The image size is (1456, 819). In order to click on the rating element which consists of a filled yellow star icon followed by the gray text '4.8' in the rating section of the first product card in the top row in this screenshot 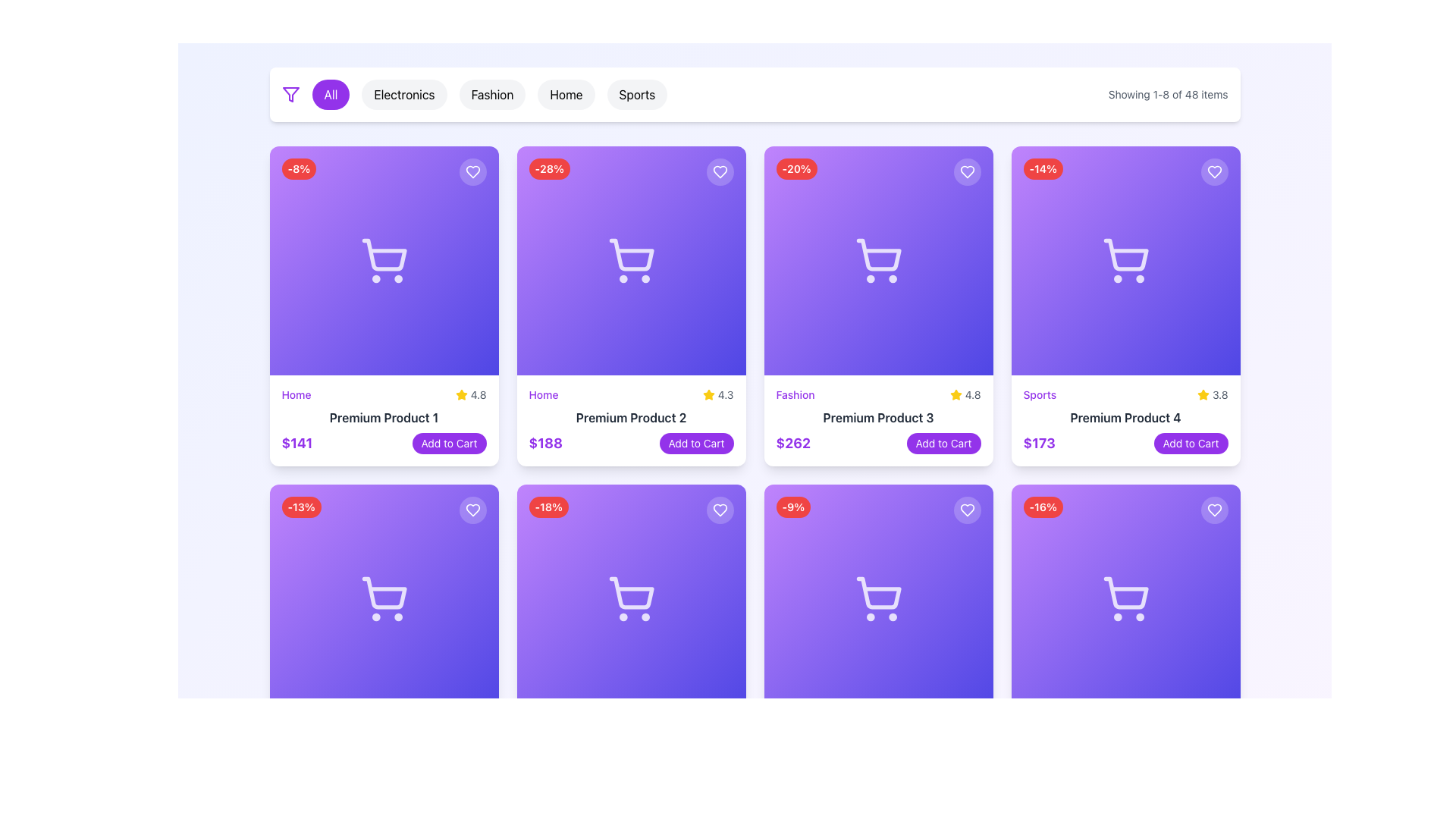, I will do `click(470, 394)`.